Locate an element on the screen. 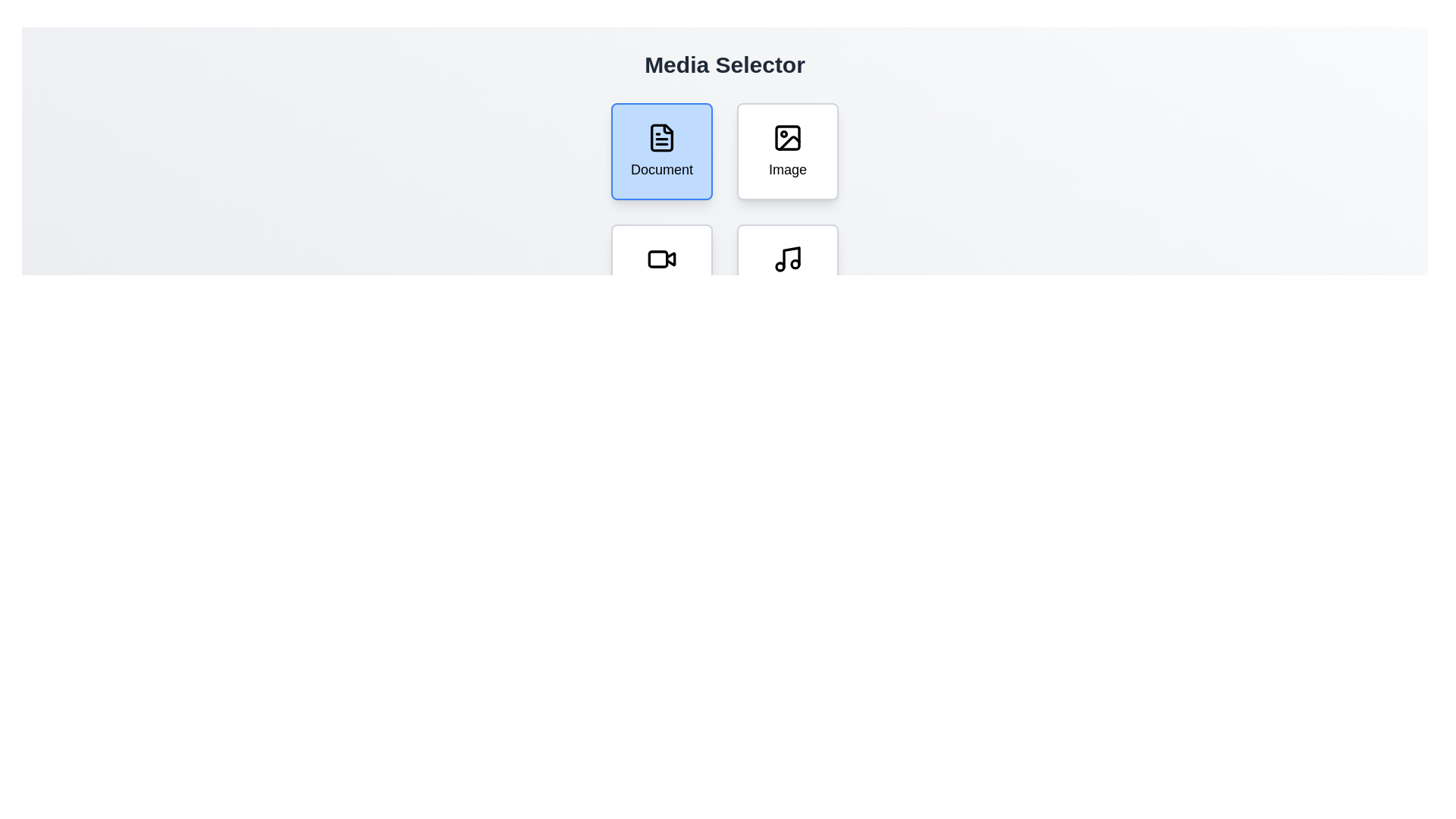 The image size is (1456, 819). the Video button to select it is located at coordinates (662, 271).